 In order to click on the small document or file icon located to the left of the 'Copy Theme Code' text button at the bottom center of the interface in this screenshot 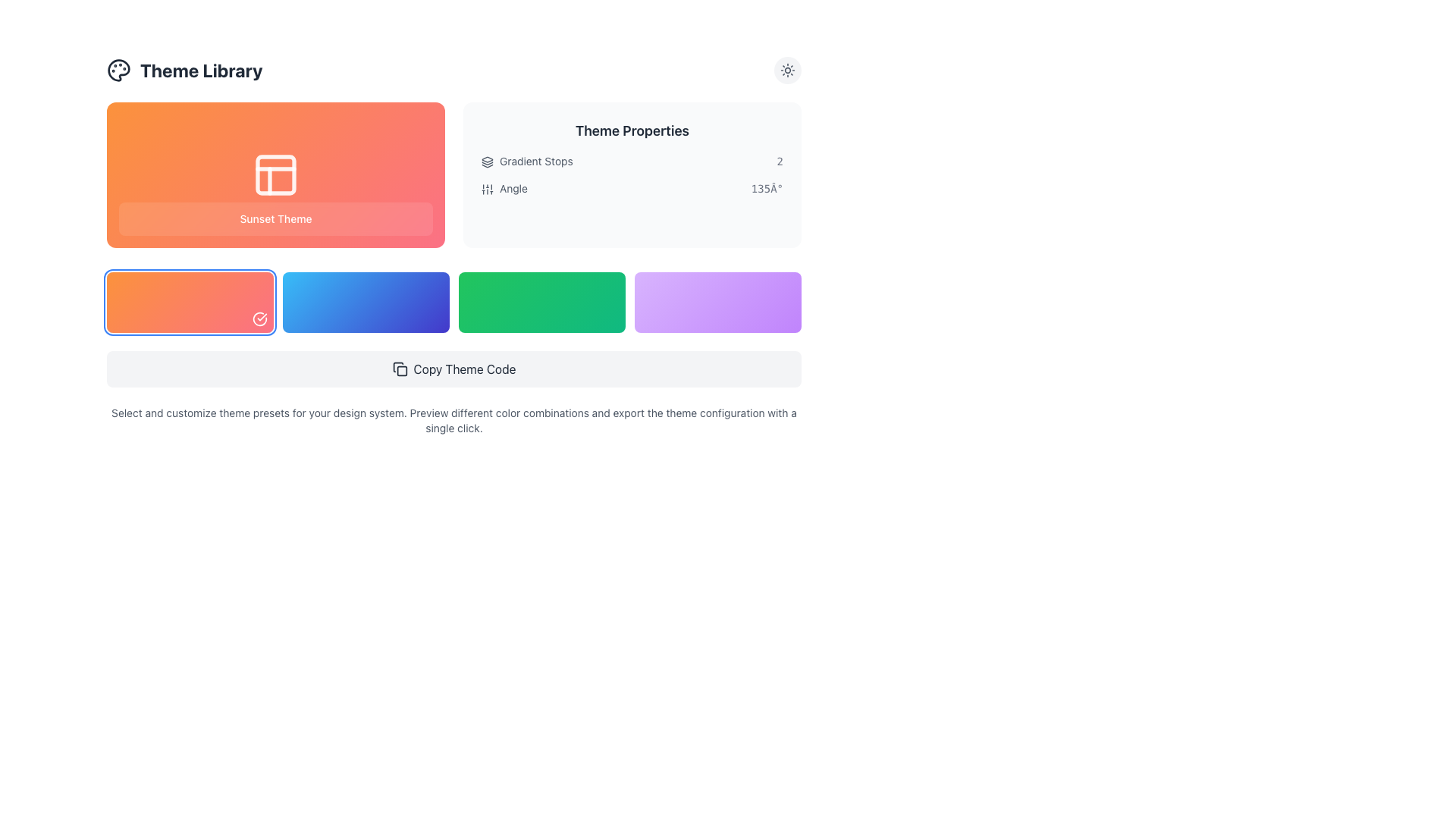, I will do `click(400, 369)`.